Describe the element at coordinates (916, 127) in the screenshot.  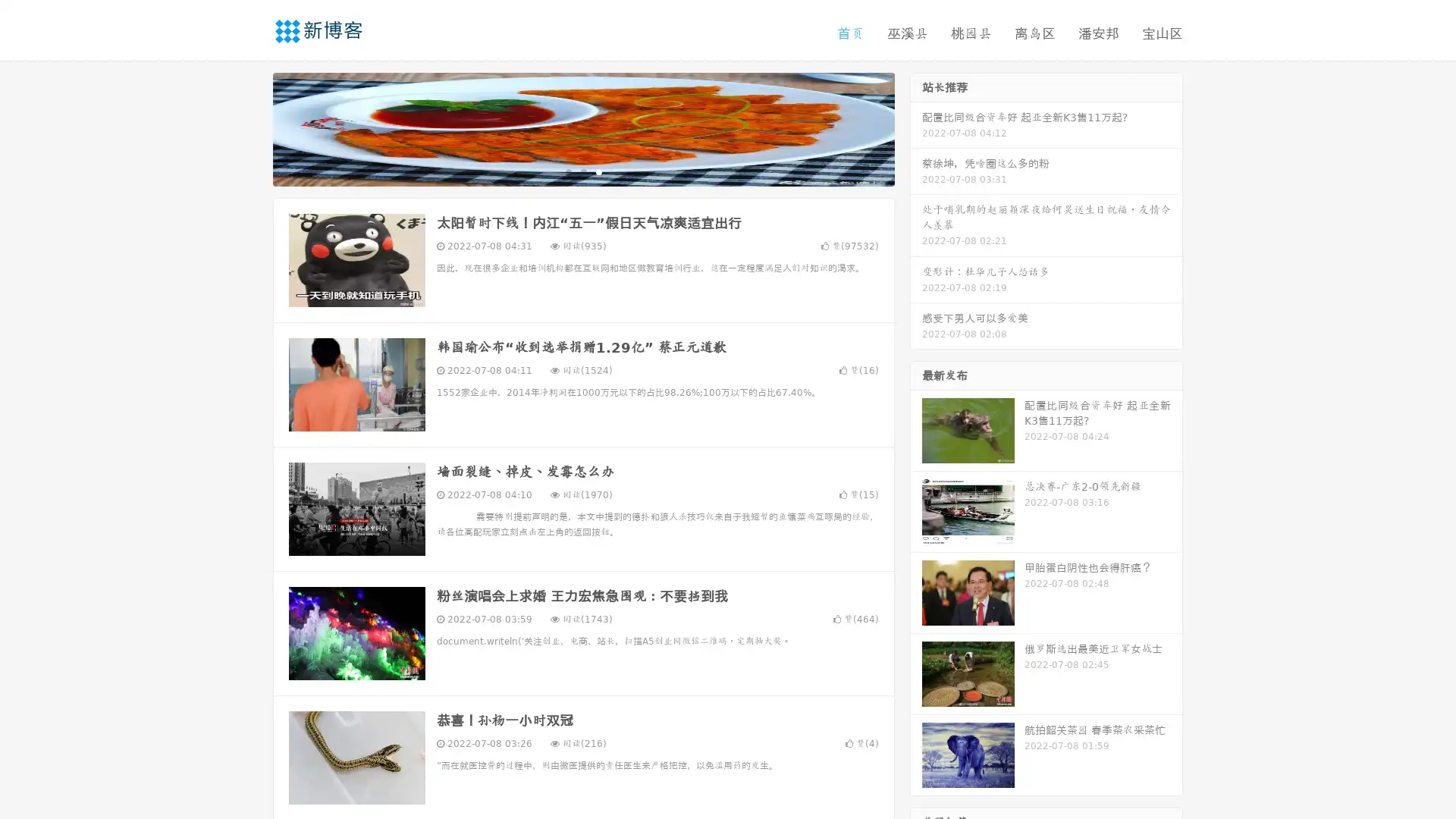
I see `Next slide` at that location.